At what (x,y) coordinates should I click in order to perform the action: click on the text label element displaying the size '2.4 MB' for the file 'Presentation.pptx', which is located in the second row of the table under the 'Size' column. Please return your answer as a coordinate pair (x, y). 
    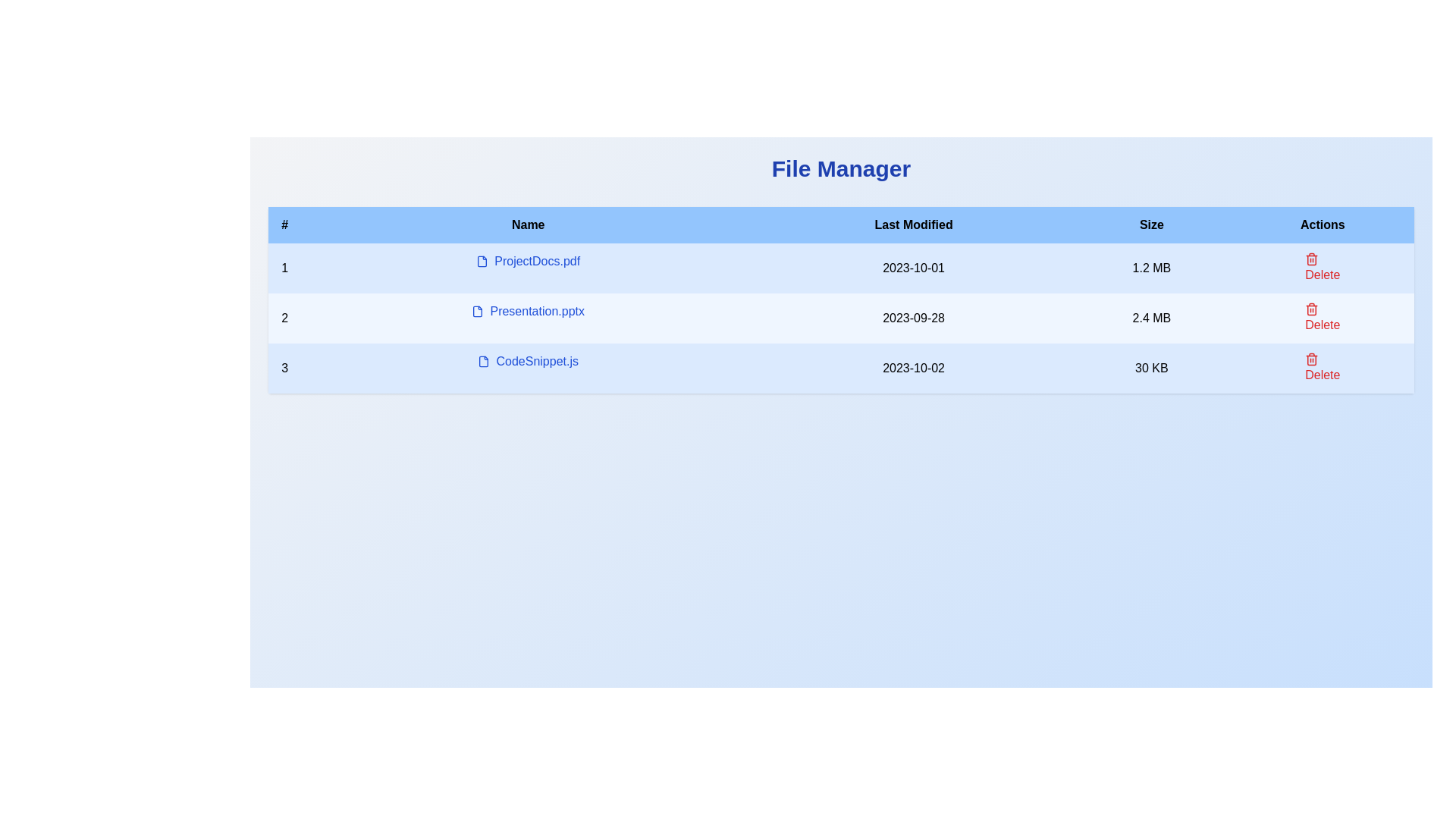
    Looking at the image, I should click on (1151, 318).